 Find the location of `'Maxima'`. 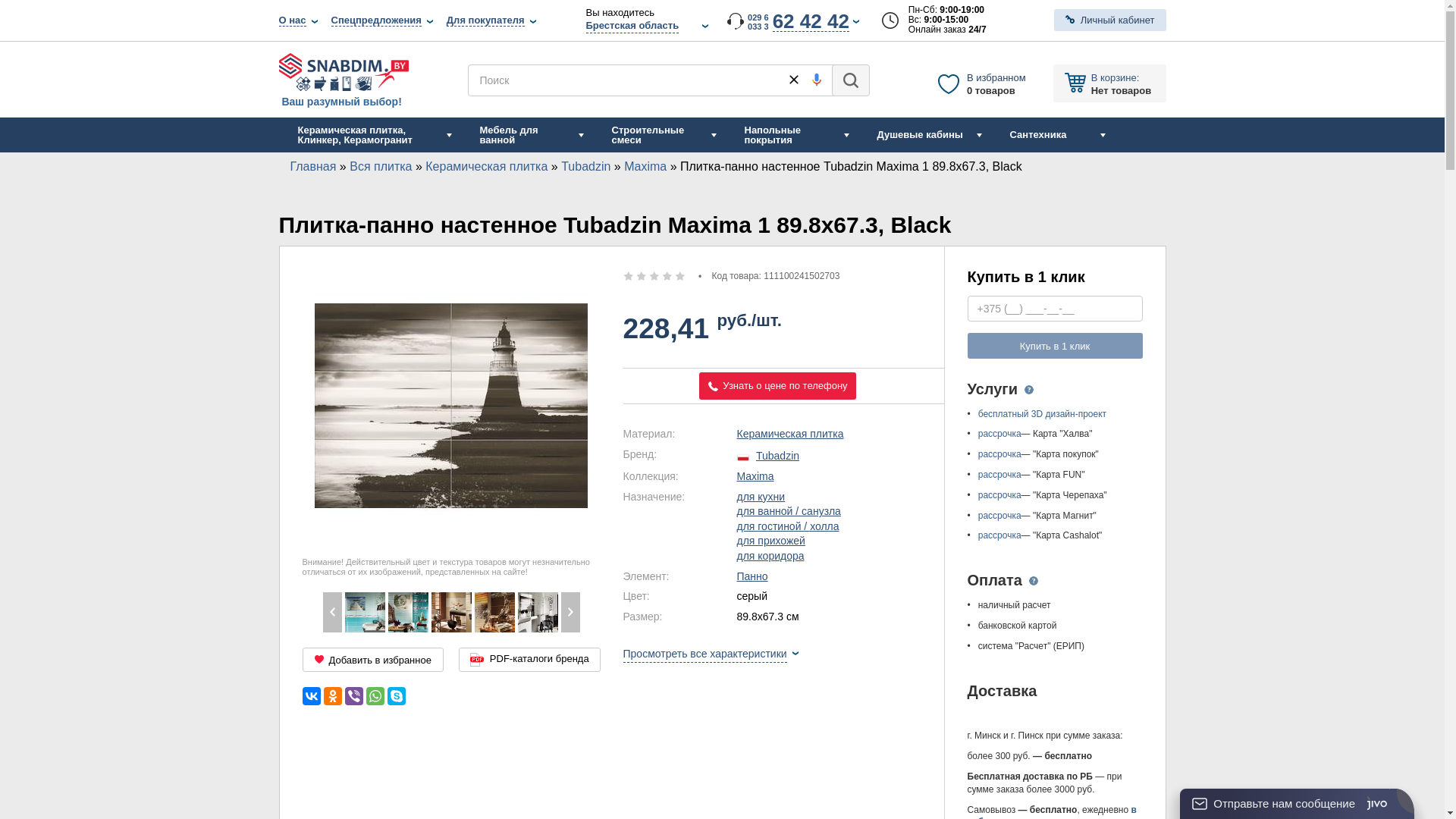

'Maxima' is located at coordinates (364, 611).